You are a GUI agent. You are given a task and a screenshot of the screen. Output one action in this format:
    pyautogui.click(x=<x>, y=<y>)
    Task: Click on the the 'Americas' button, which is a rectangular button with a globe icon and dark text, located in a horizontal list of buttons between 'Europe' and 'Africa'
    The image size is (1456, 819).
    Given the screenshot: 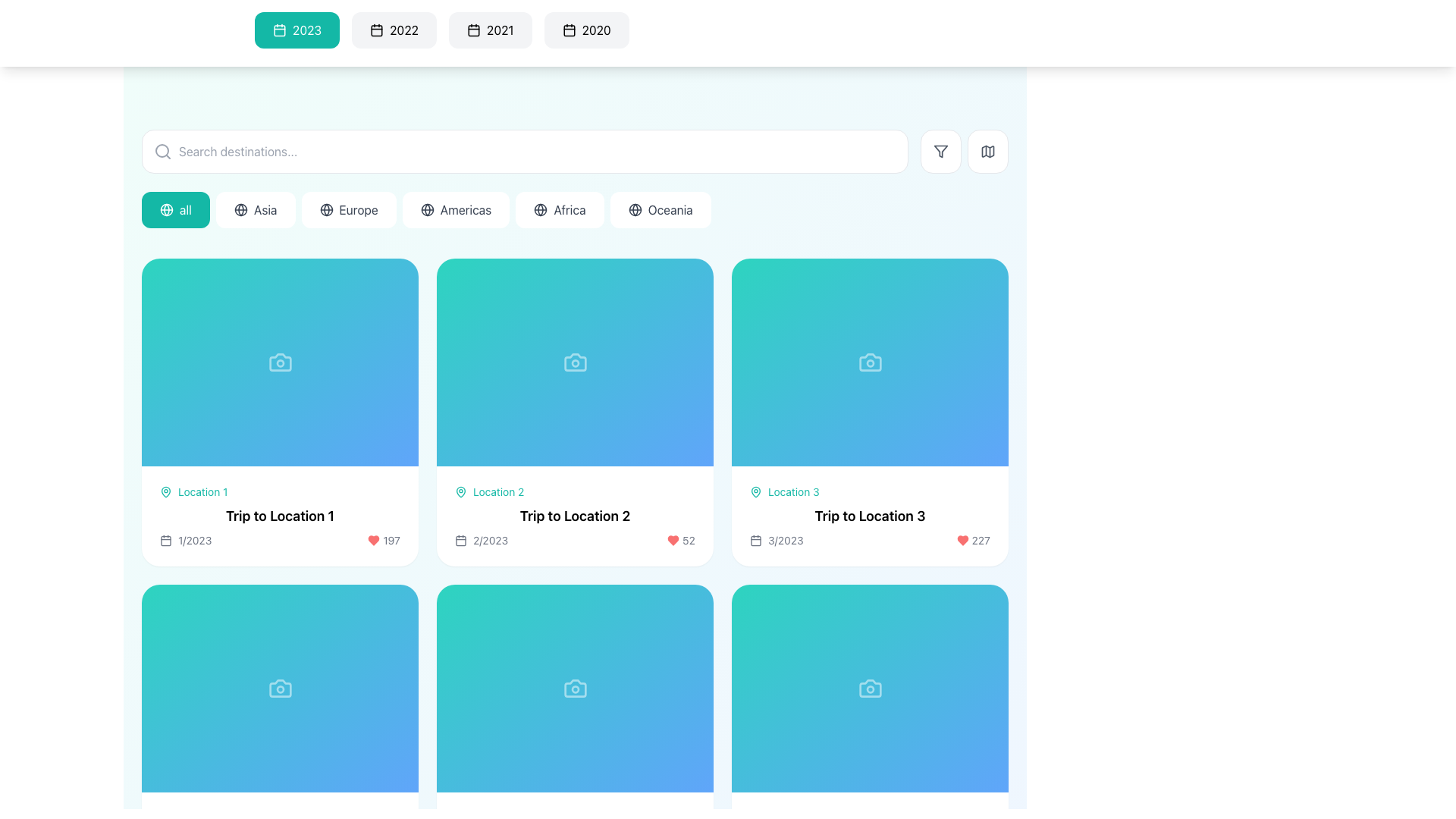 What is the action you would take?
    pyautogui.click(x=455, y=210)
    